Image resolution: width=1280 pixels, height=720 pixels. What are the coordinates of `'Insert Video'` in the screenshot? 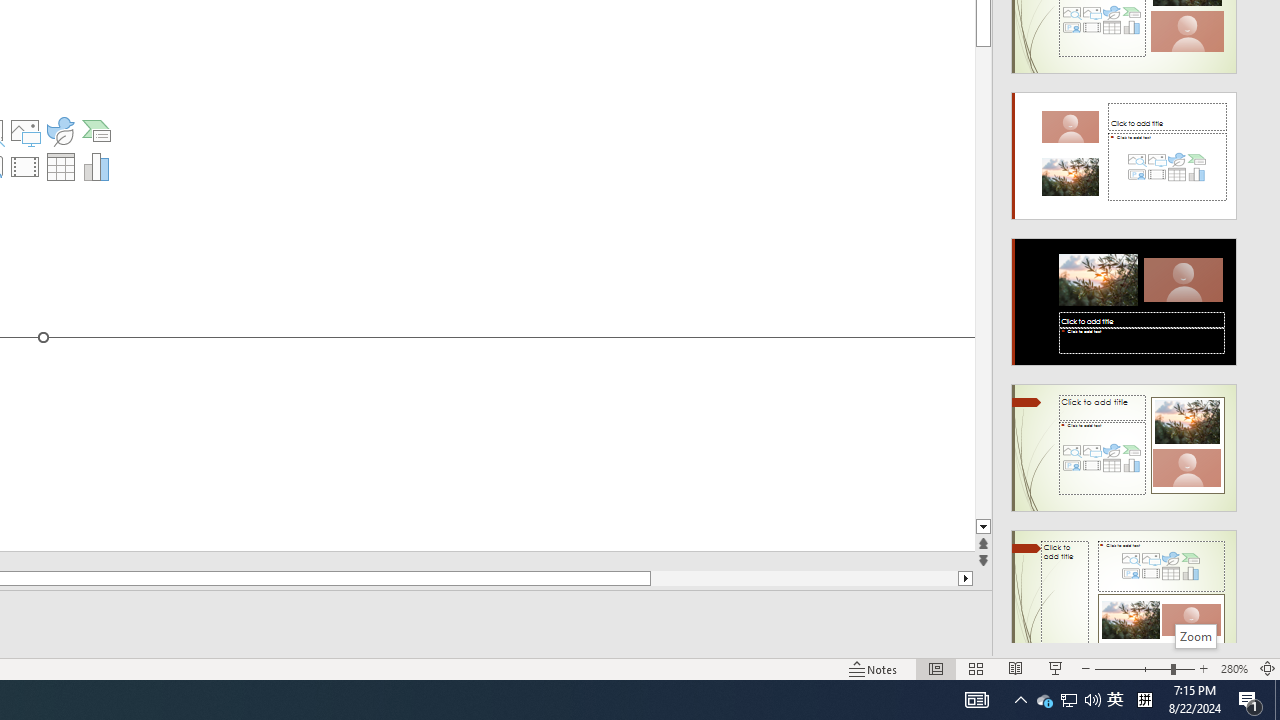 It's located at (24, 166).